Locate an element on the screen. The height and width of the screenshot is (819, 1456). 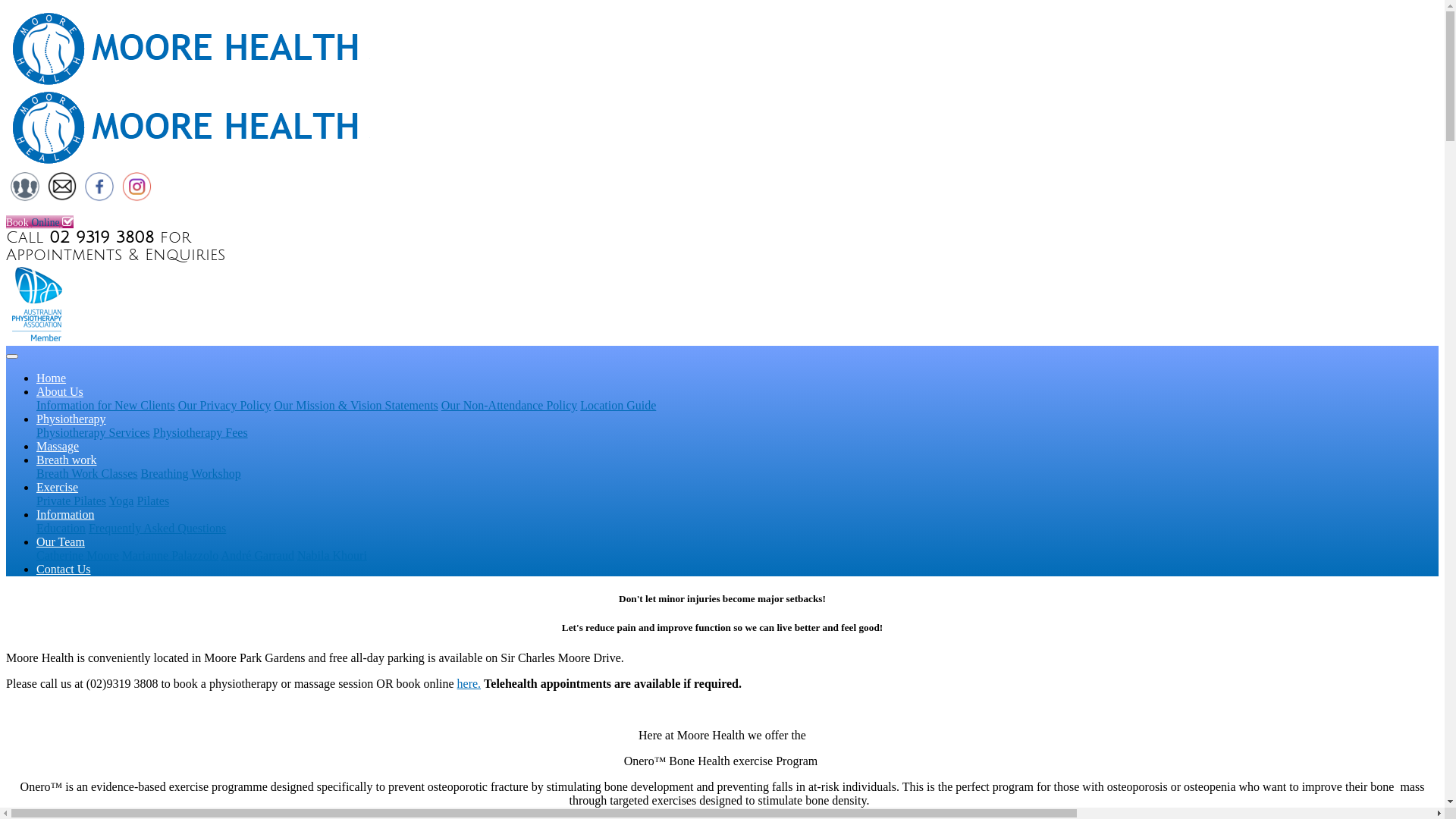
'Catherine Moore' is located at coordinates (77, 555).